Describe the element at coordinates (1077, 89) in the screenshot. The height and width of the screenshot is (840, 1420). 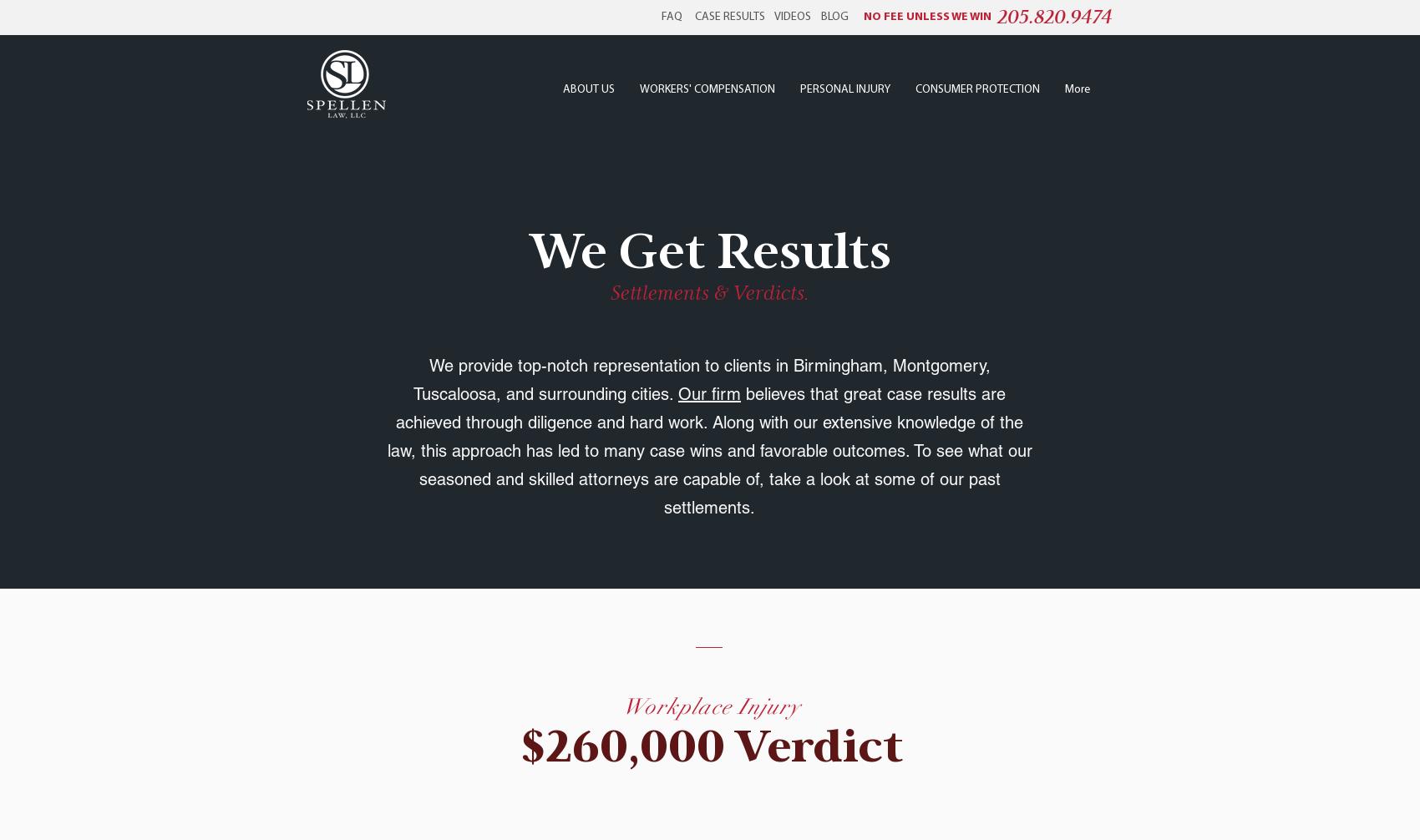
I see `'More'` at that location.